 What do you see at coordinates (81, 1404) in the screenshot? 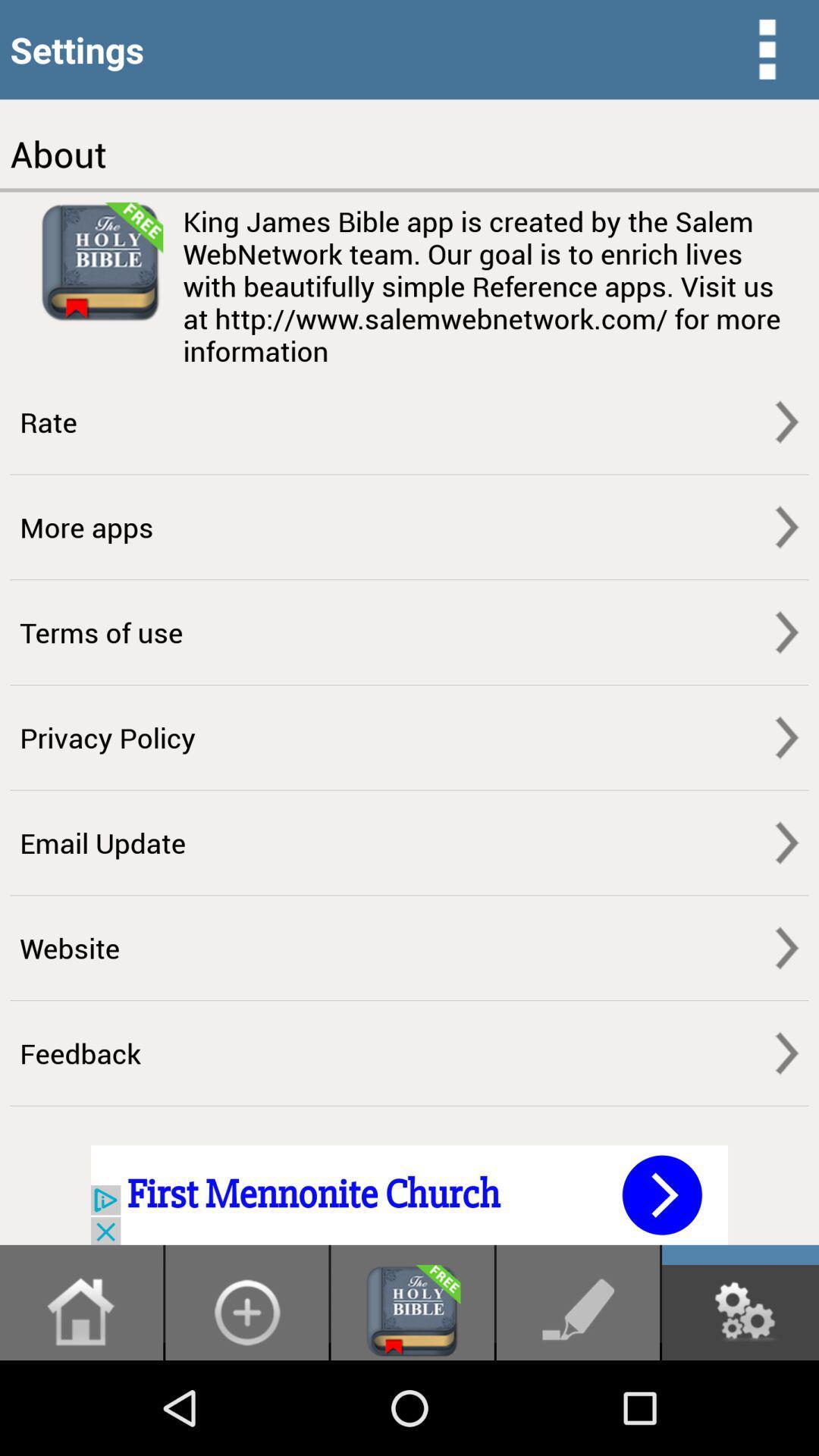
I see `the home icon` at bounding box center [81, 1404].